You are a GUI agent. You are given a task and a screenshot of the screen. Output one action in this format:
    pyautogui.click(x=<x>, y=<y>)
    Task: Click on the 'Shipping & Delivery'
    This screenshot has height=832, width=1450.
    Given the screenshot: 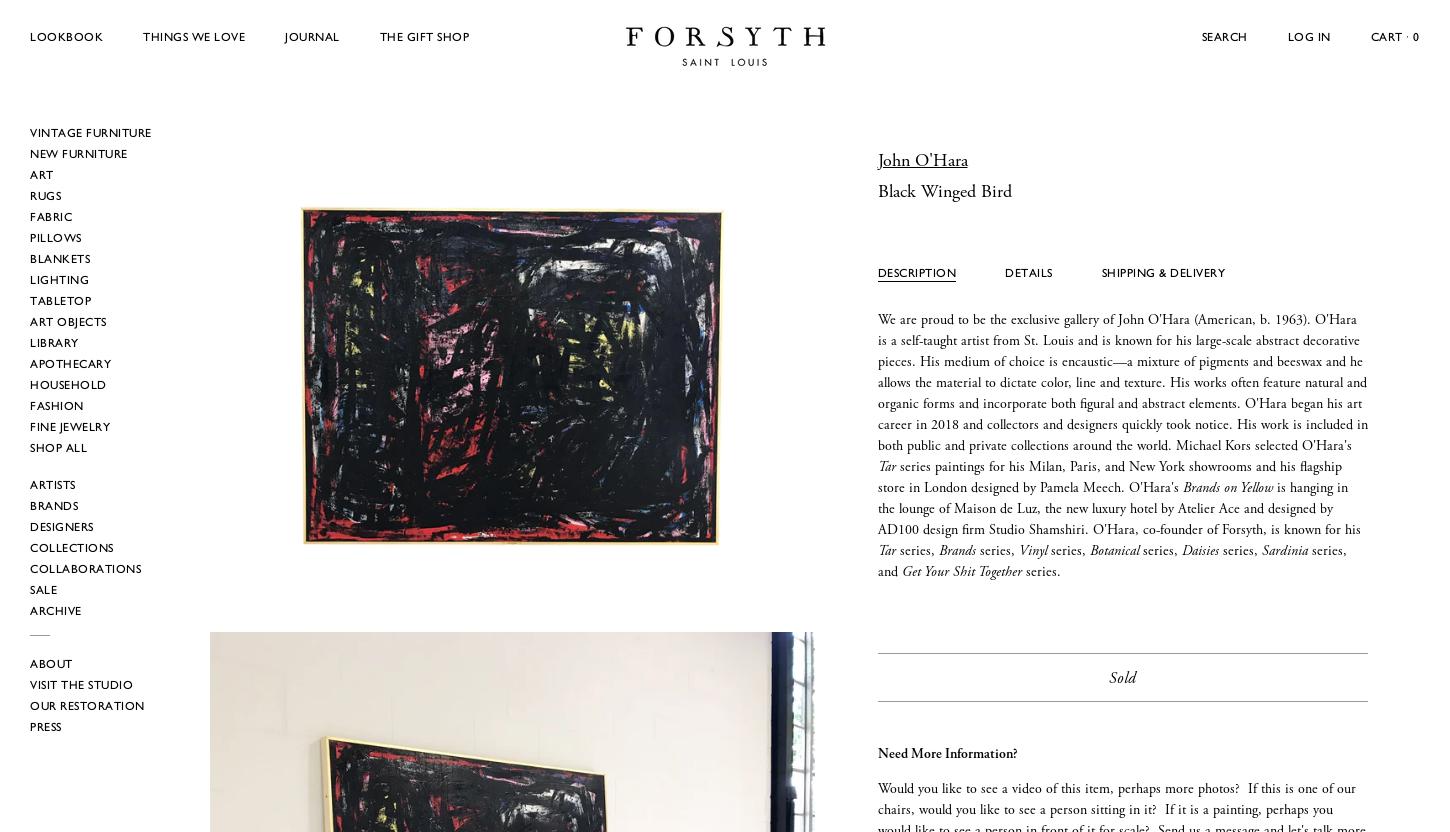 What is the action you would take?
    pyautogui.click(x=1162, y=270)
    